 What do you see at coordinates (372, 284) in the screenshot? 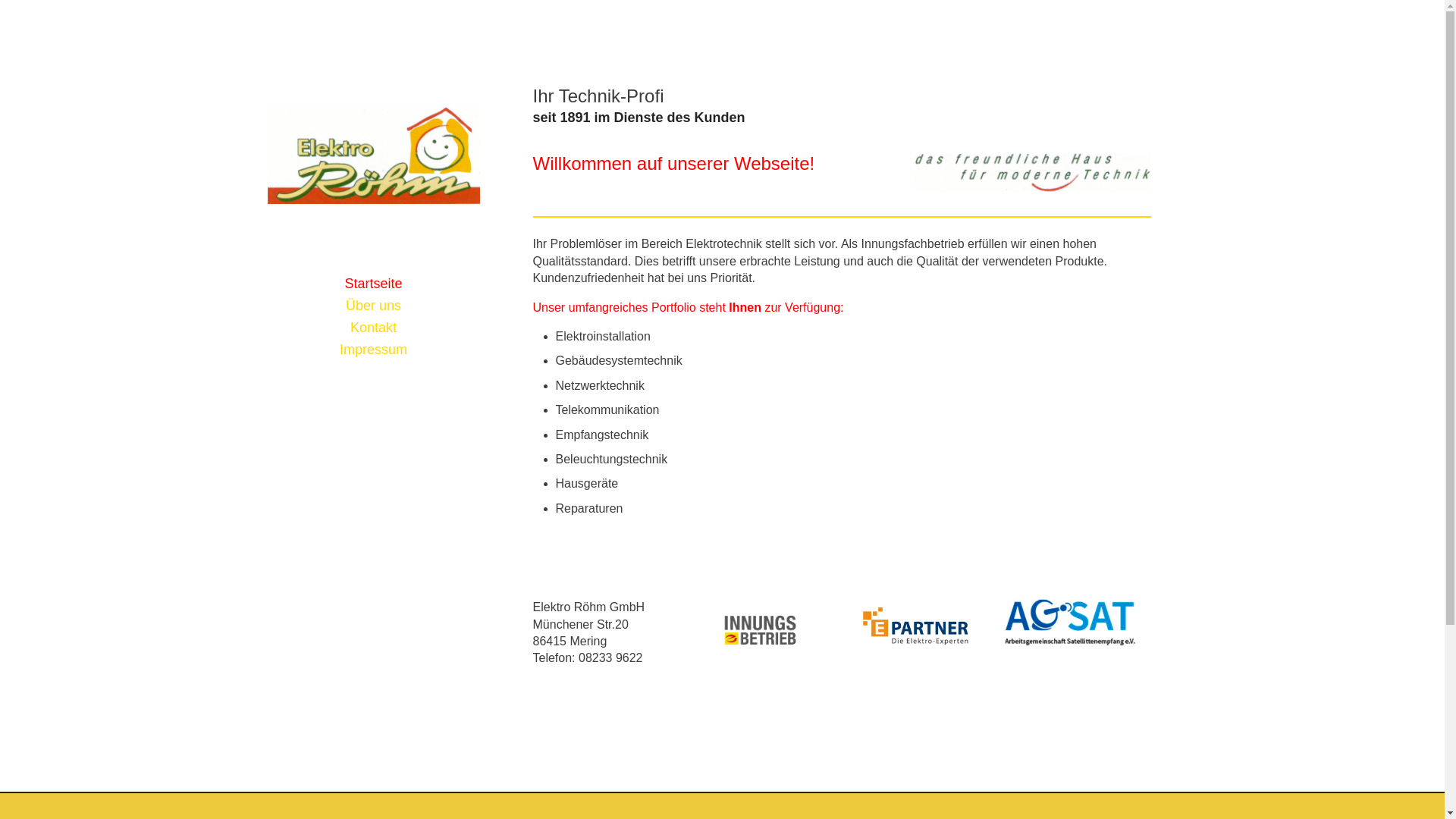
I see `'Startseite'` at bounding box center [372, 284].